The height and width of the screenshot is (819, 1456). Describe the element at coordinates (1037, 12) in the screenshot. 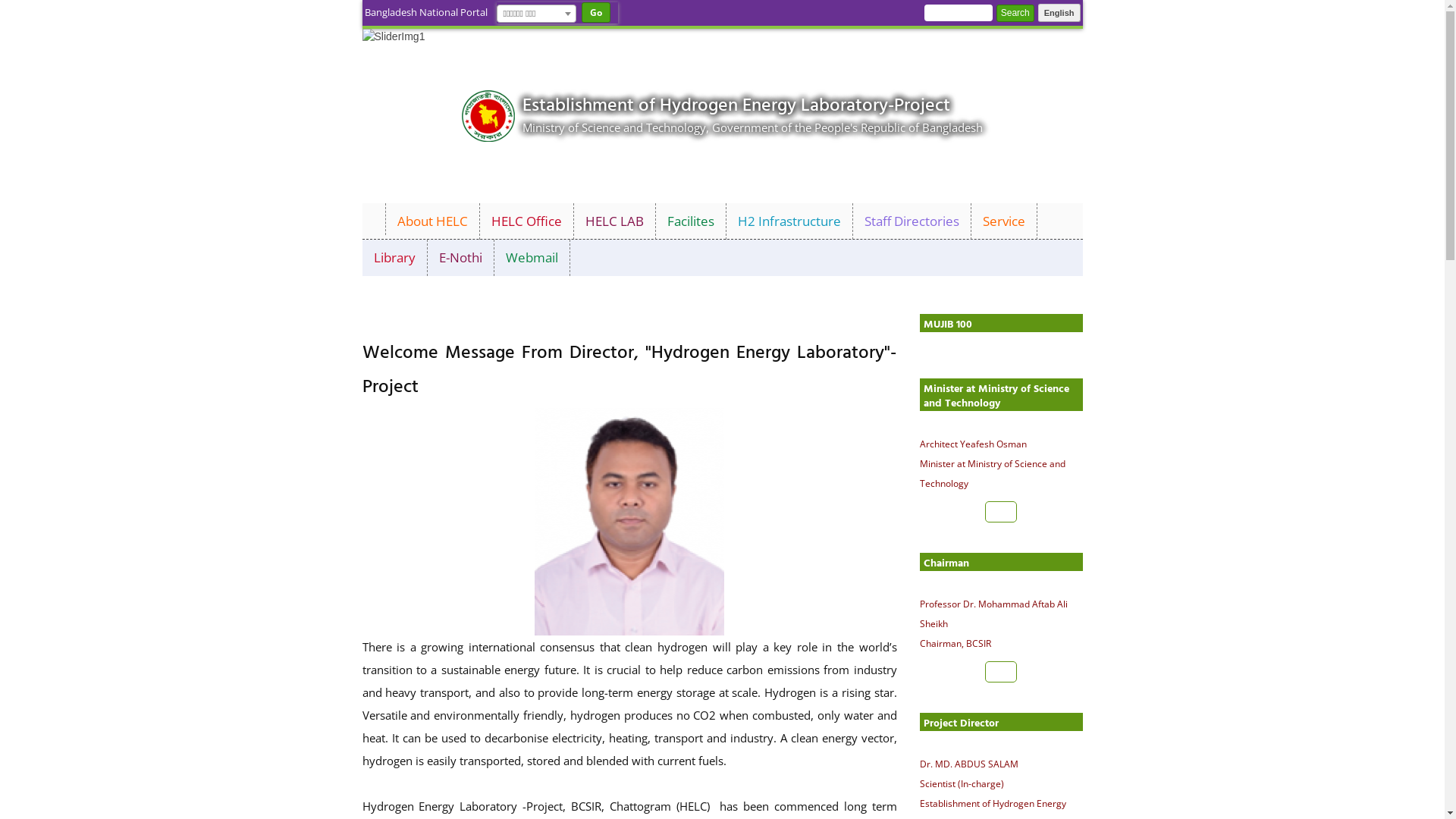

I see `'English'` at that location.